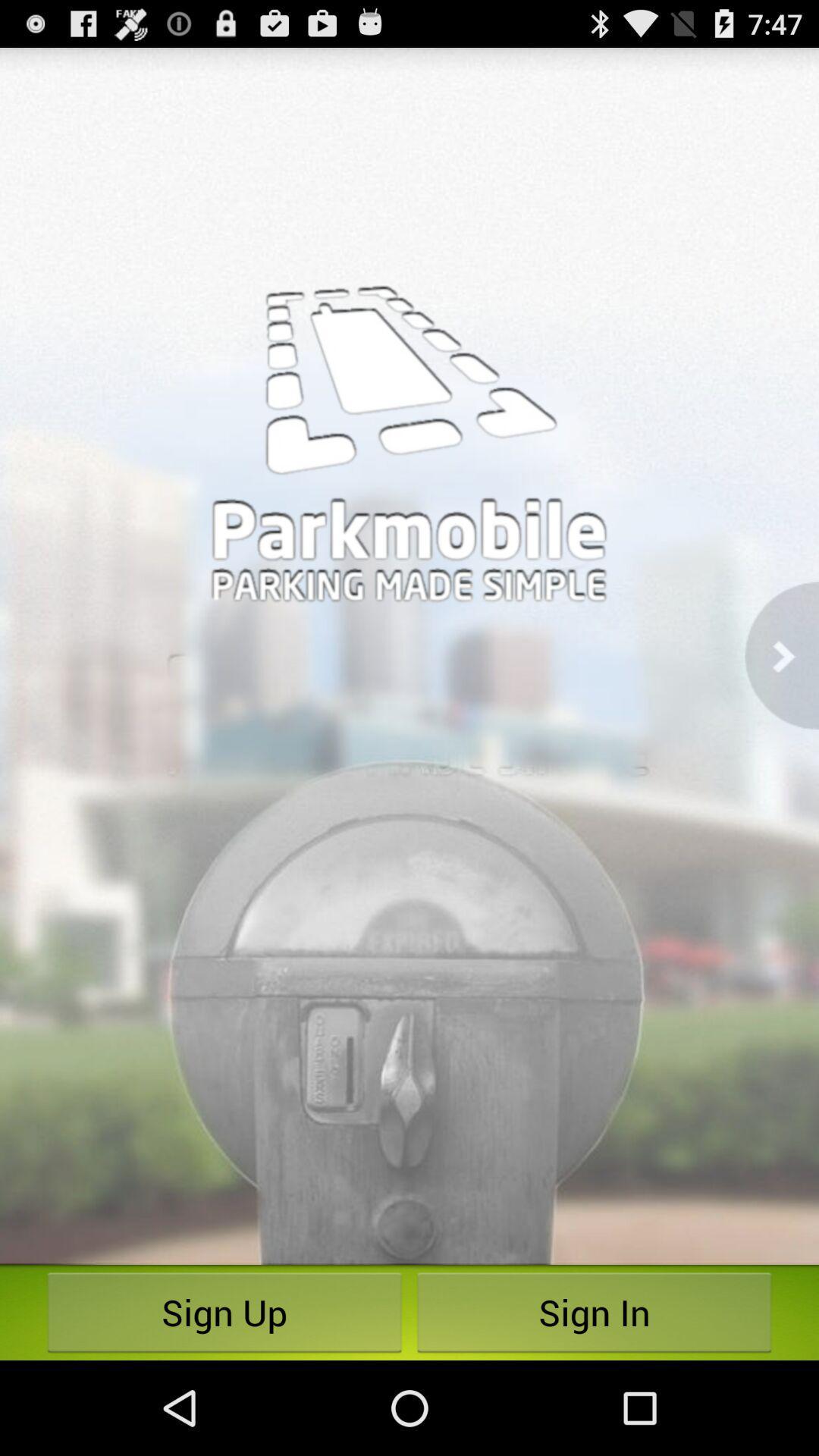 The height and width of the screenshot is (1456, 819). I want to click on the sign up, so click(224, 1312).